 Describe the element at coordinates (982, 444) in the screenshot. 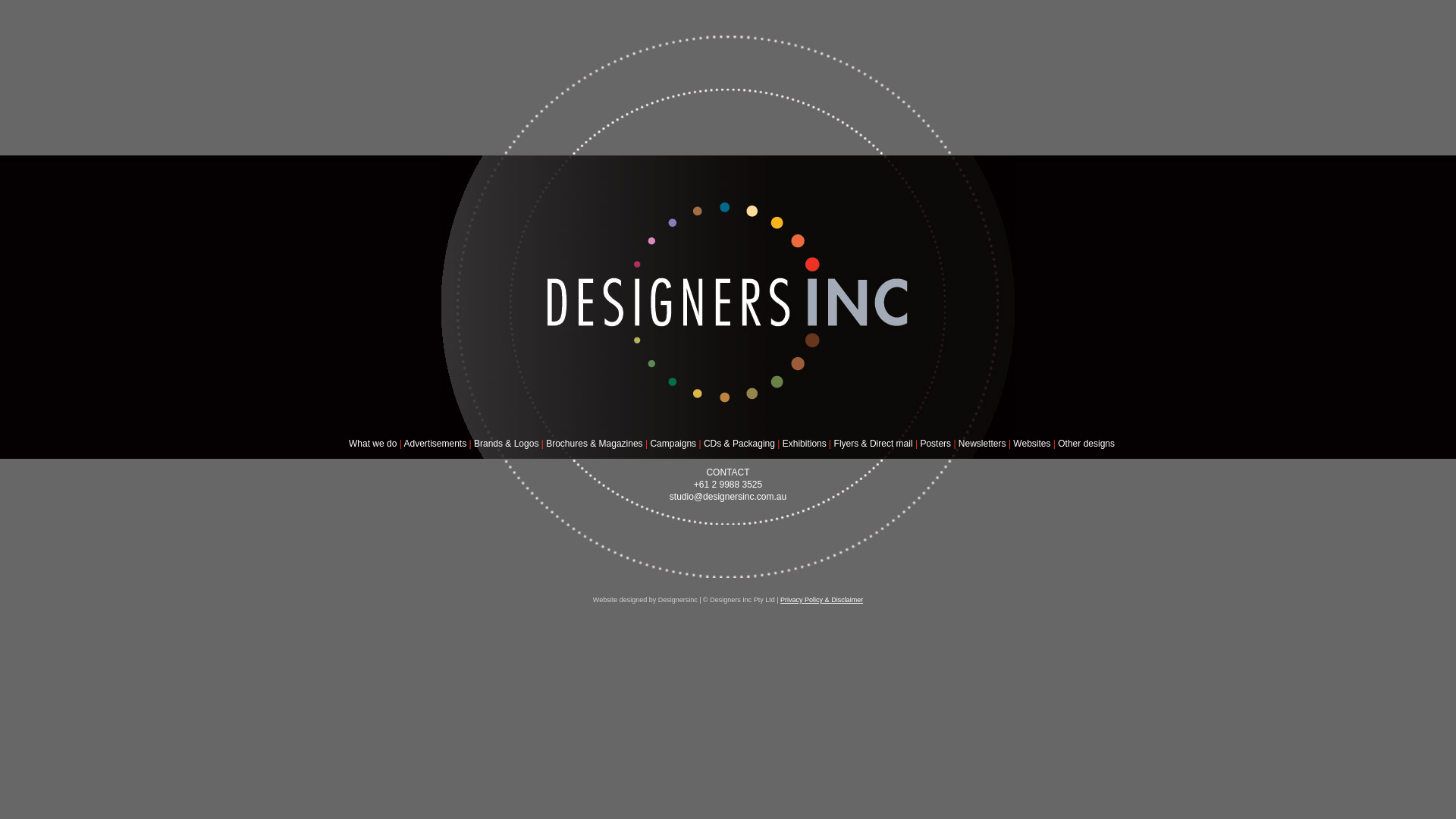

I see `'Newsletters'` at that location.